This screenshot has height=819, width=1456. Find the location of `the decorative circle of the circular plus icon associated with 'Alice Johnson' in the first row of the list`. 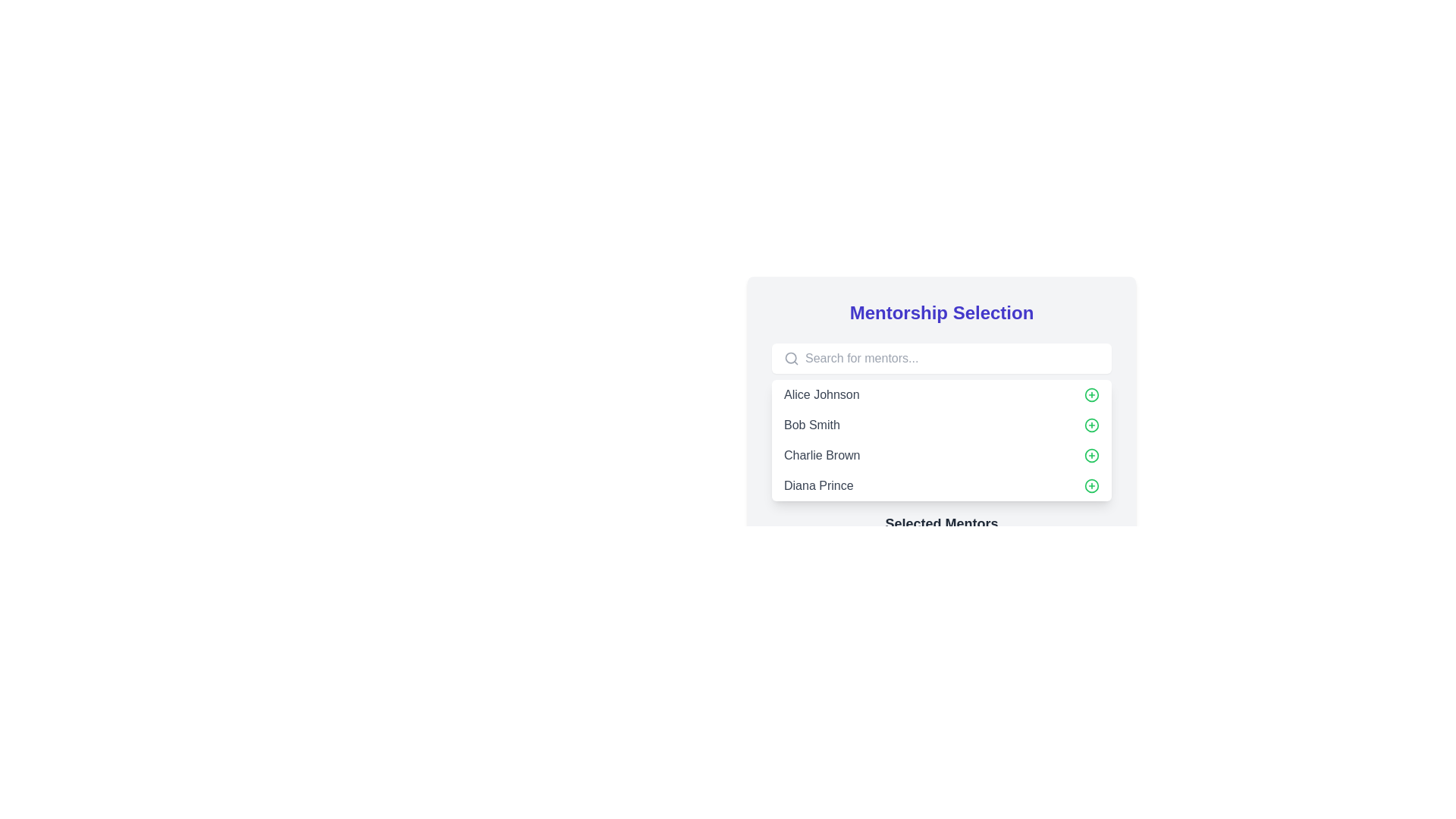

the decorative circle of the circular plus icon associated with 'Alice Johnson' in the first row of the list is located at coordinates (1092, 394).